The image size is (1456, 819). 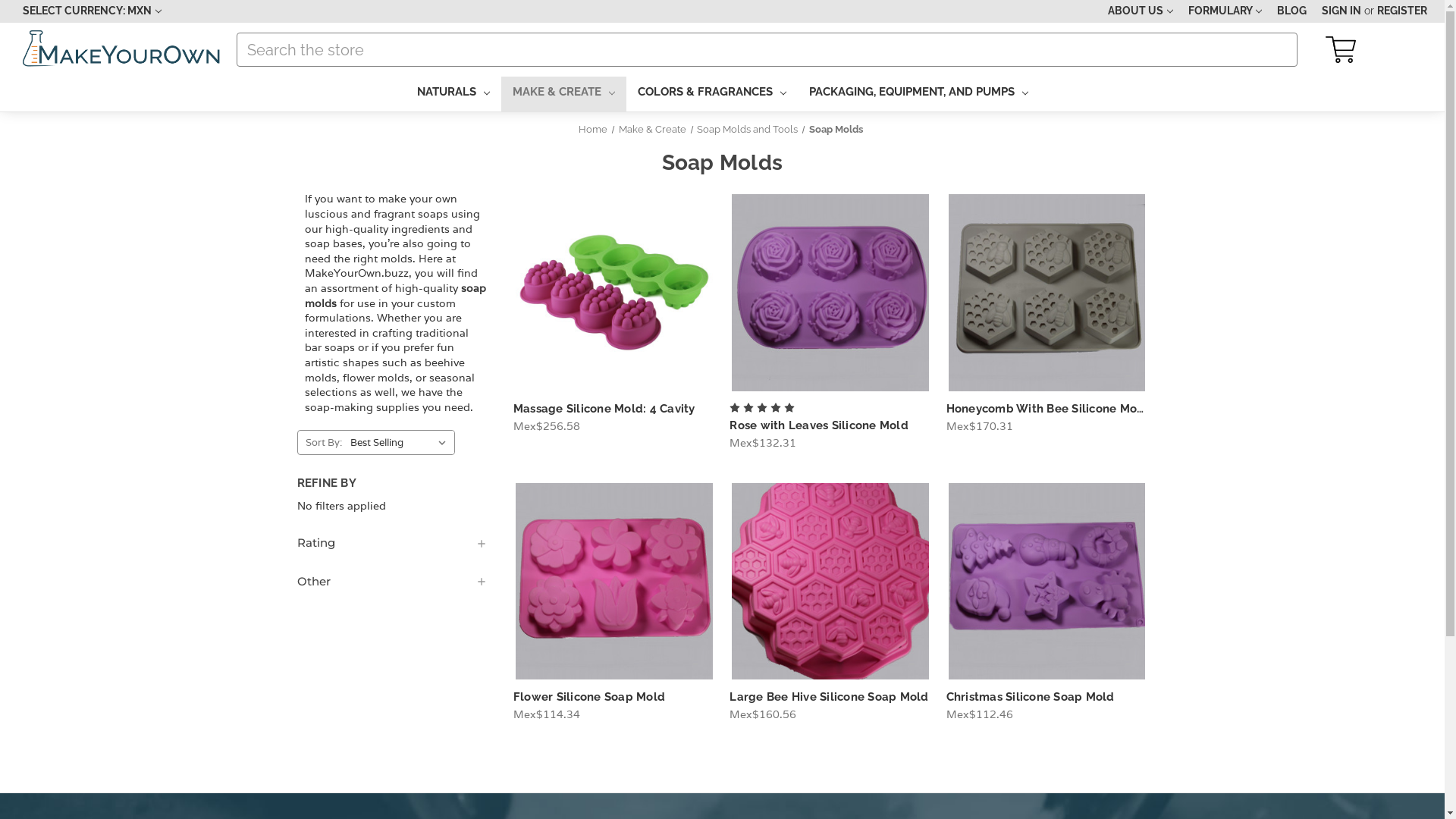 I want to click on 'NATURALS', so click(x=451, y=93).